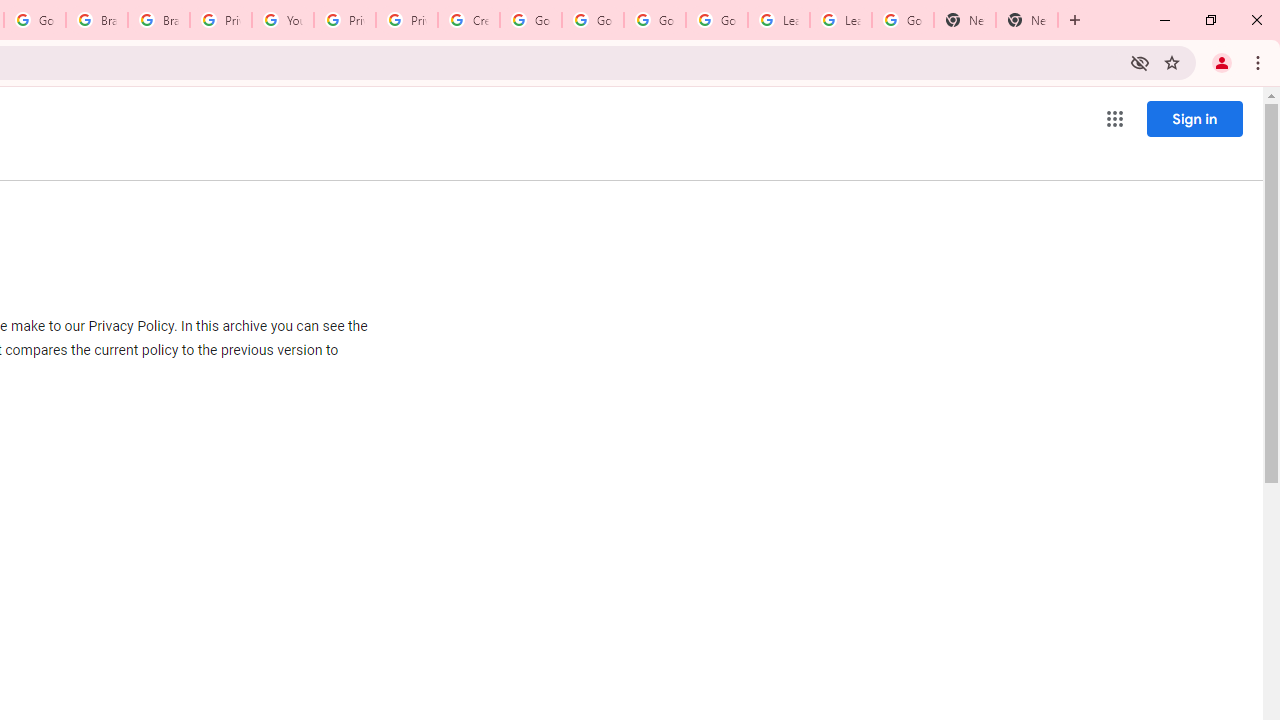 Image resolution: width=1280 pixels, height=720 pixels. What do you see at coordinates (468, 20) in the screenshot?
I see `'Create your Google Account'` at bounding box center [468, 20].